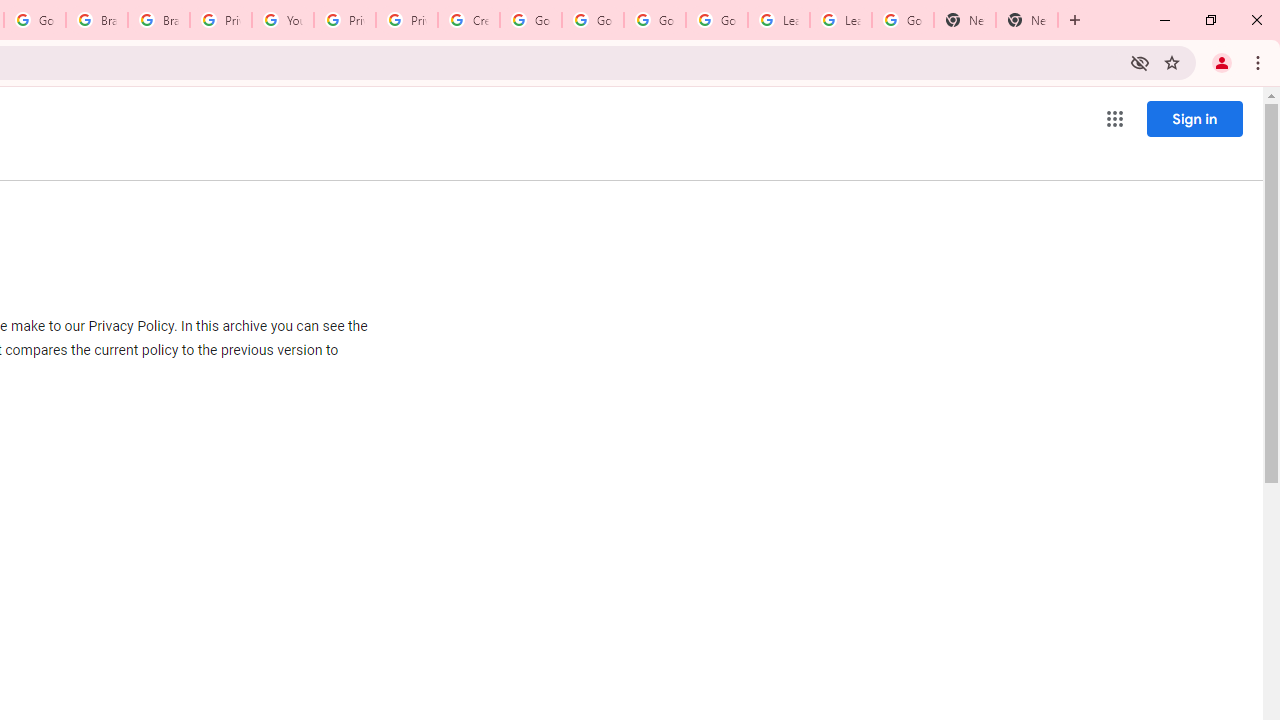 Image resolution: width=1280 pixels, height=720 pixels. What do you see at coordinates (468, 20) in the screenshot?
I see `'Create your Google Account'` at bounding box center [468, 20].